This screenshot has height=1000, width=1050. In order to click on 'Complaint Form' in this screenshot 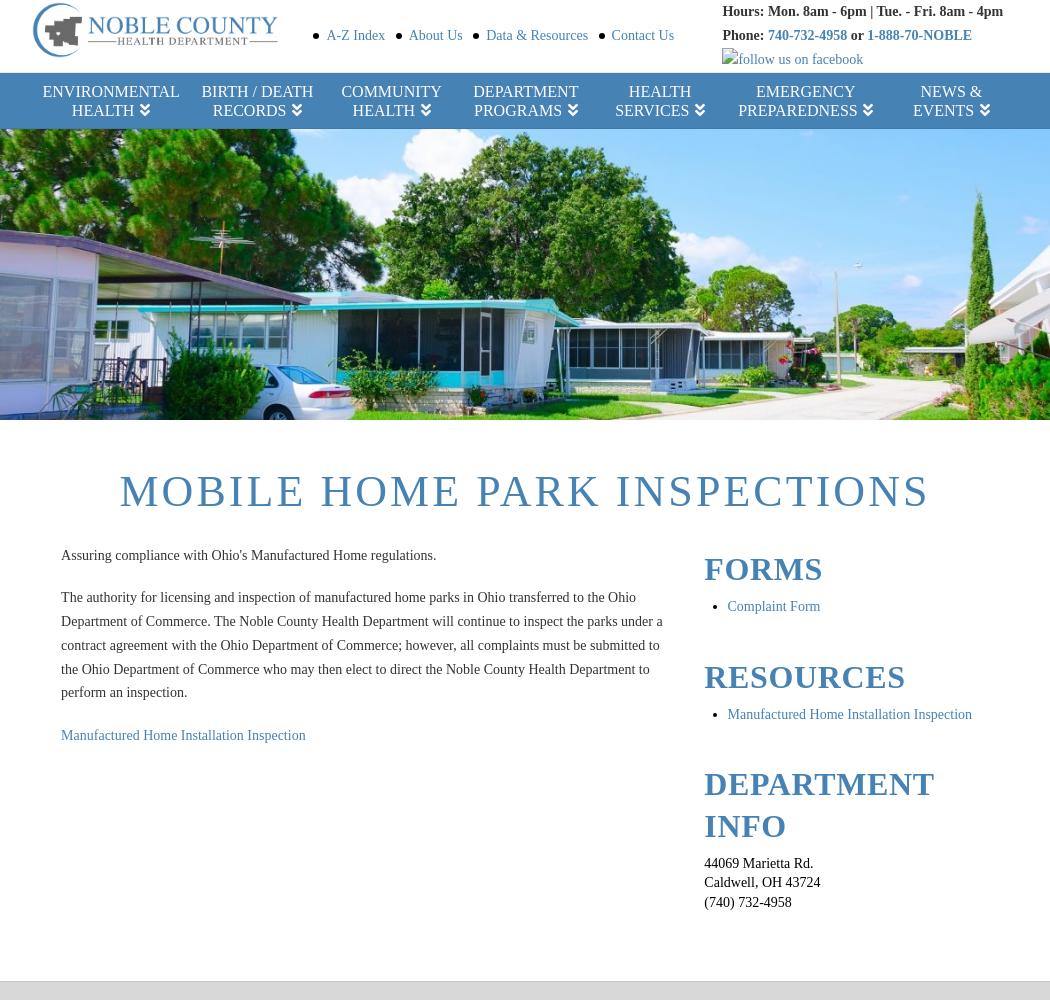, I will do `click(773, 604)`.